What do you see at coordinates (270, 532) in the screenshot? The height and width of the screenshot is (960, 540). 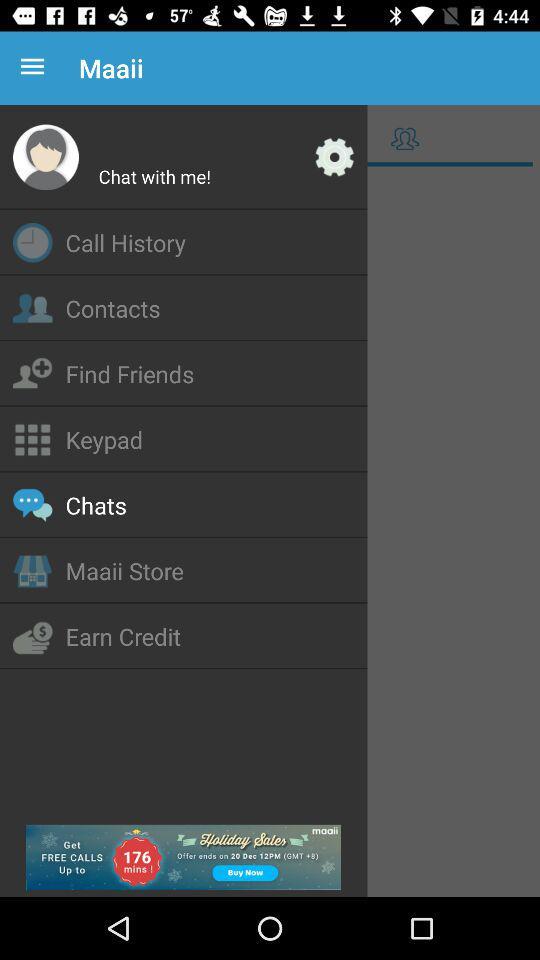 I see `menu` at bounding box center [270, 532].